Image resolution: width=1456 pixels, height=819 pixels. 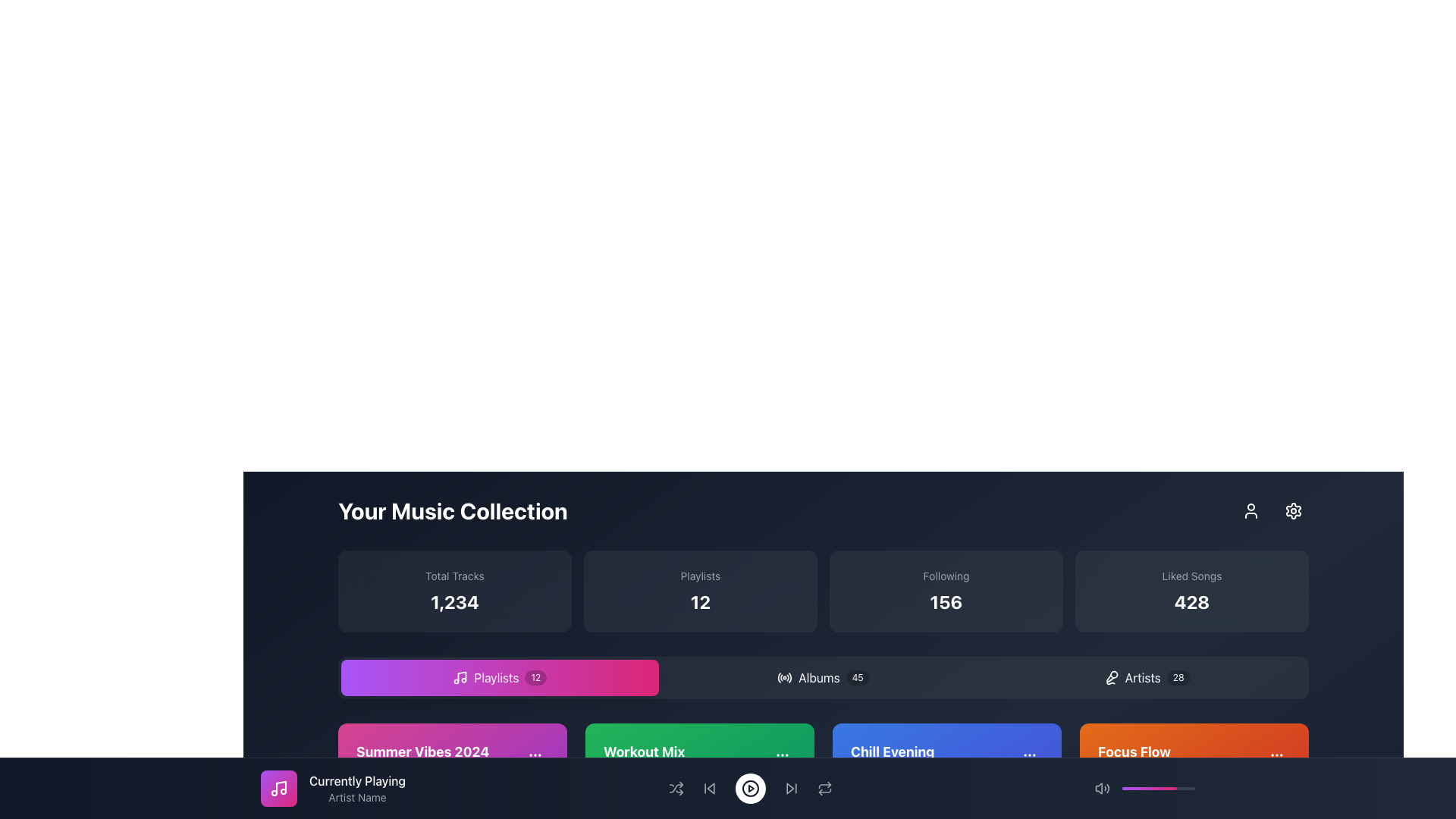 What do you see at coordinates (535, 755) in the screenshot?
I see `the Ellipsis menu button, which consists of three vertically aligned dots` at bounding box center [535, 755].